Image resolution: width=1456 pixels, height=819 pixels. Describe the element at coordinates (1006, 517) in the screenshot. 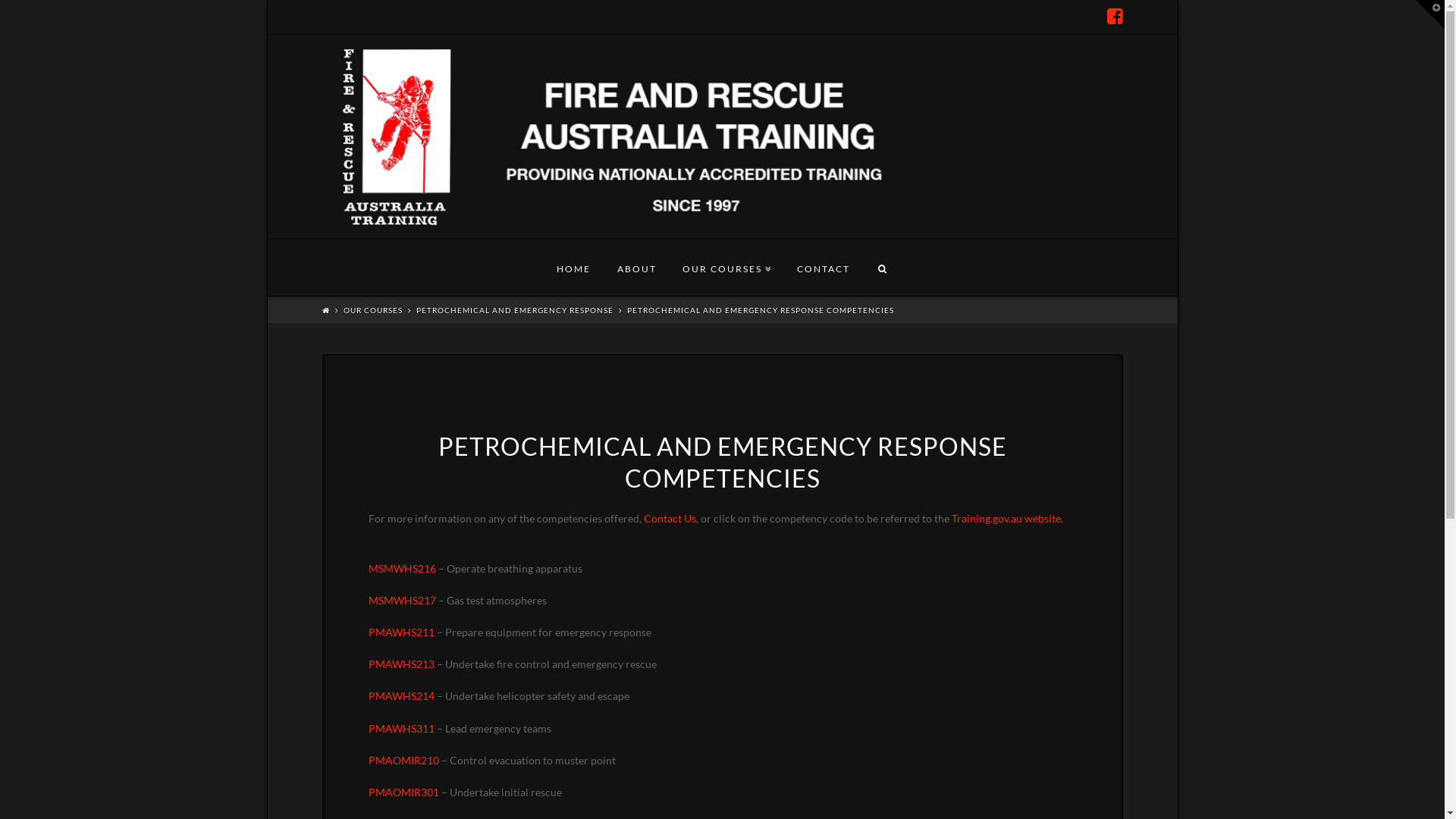

I see `'Training.gov.au website.'` at that location.